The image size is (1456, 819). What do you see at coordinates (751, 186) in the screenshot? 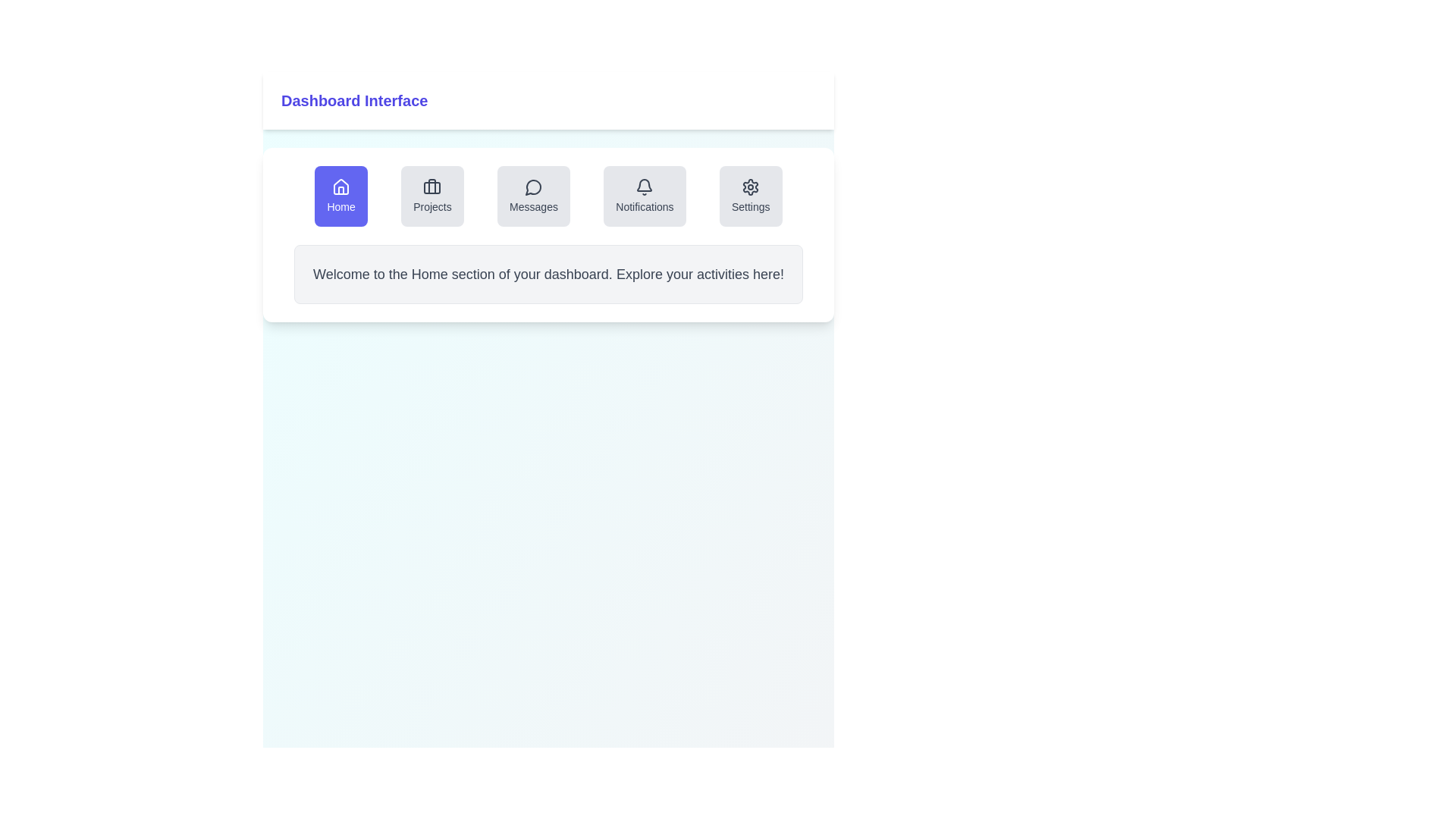
I see `the gear icon located at the end of a row of five icons, adjacent to the text 'Settings'` at bounding box center [751, 186].